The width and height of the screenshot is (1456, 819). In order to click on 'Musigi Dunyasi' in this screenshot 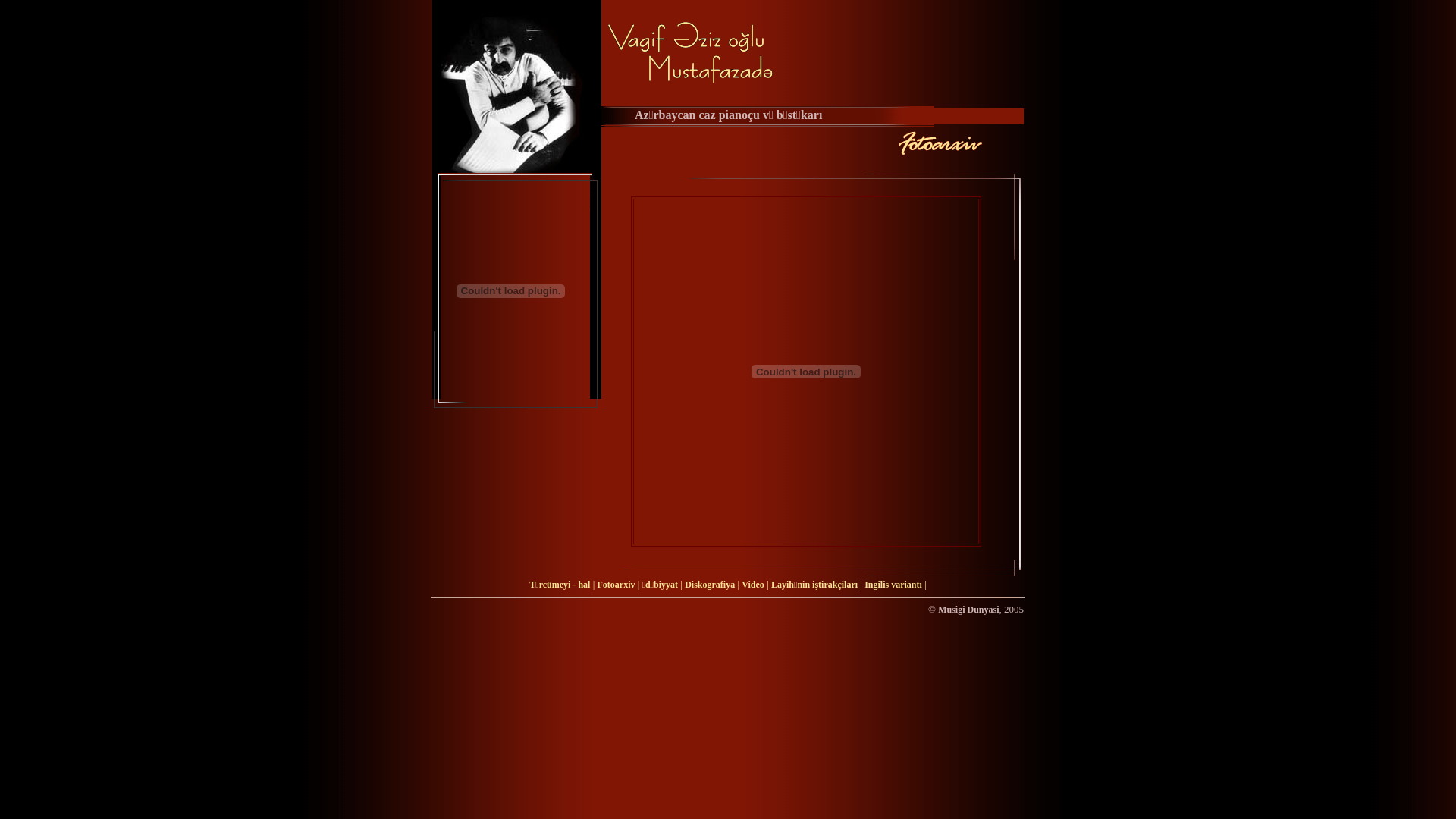, I will do `click(967, 608)`.